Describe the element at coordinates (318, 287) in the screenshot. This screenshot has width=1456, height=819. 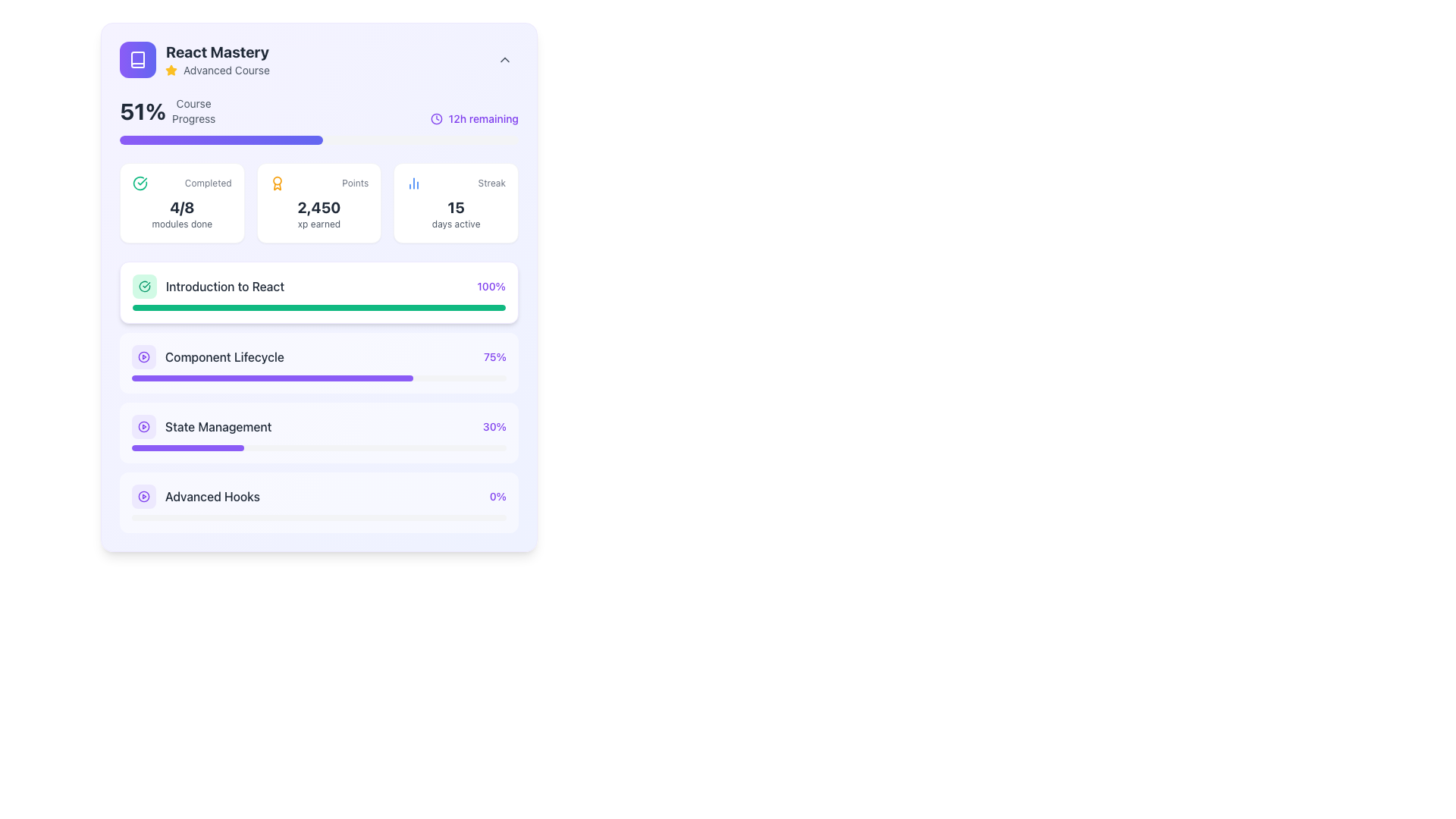
I see `the course module titled 'Introduction to React' with a completion indicator '100%' to interact with it` at that location.